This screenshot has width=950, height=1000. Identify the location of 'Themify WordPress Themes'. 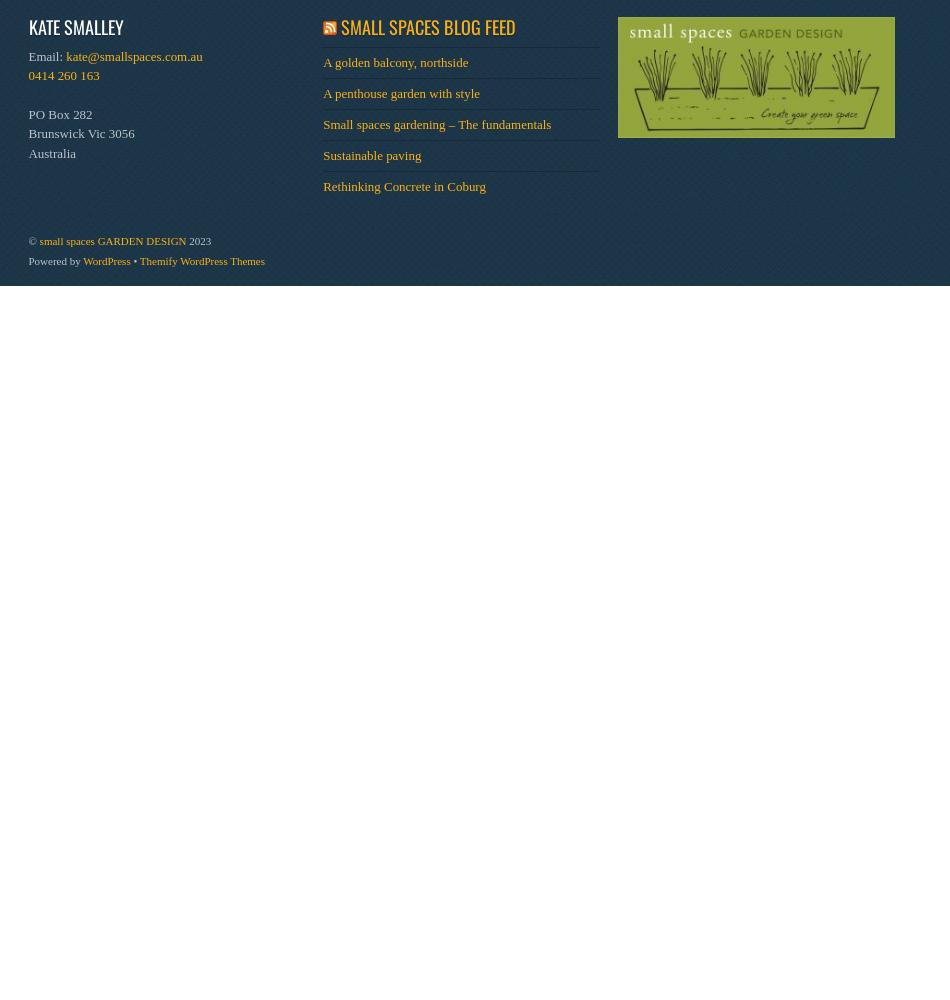
(201, 260).